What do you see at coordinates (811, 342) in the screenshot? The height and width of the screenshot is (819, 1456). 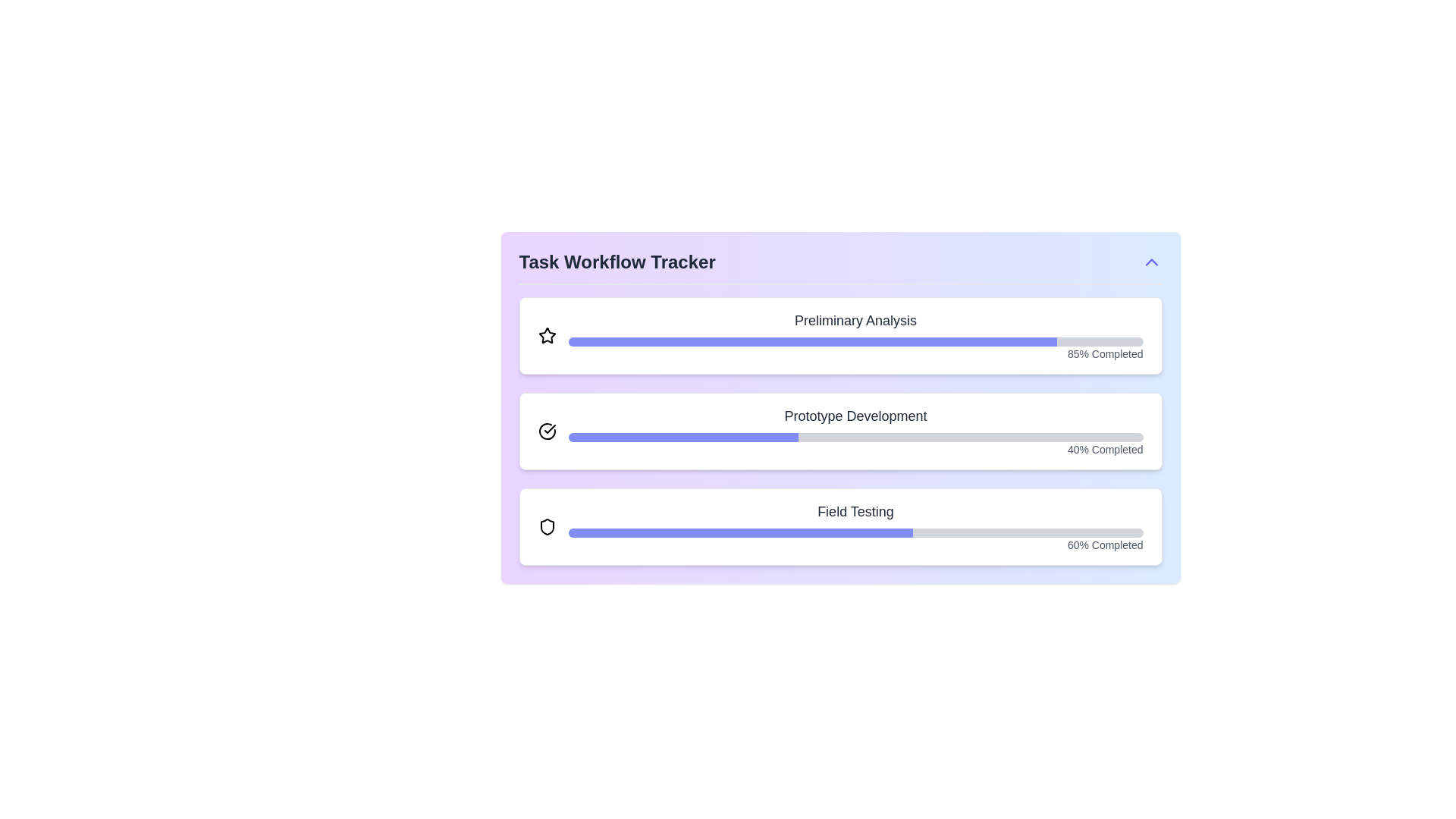 I see `blue segment of the progress bar indicating 85% completion, located below the 'Preliminary Analysis' text` at bounding box center [811, 342].